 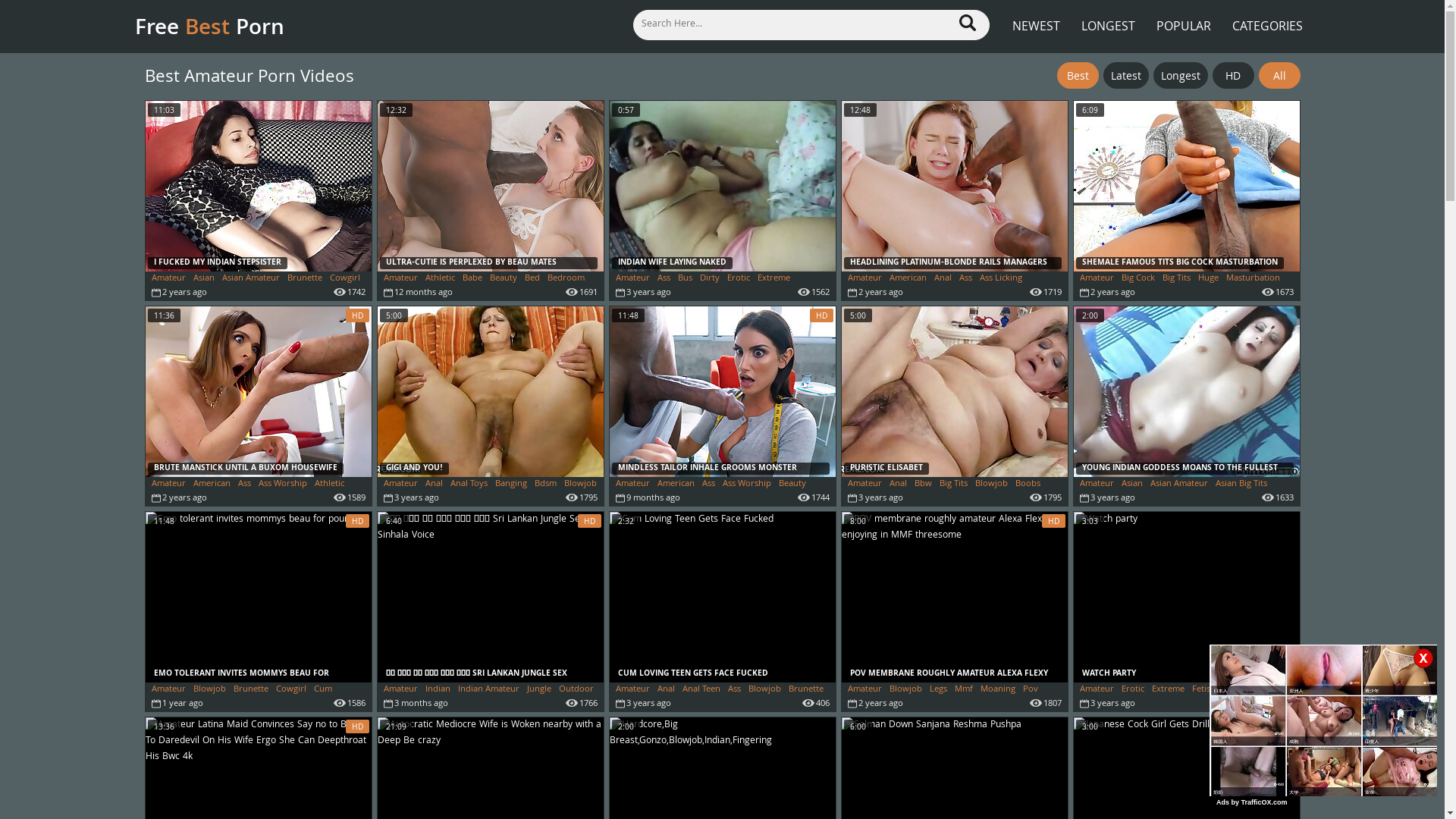 I want to click on 'Bedroom', so click(x=565, y=278).